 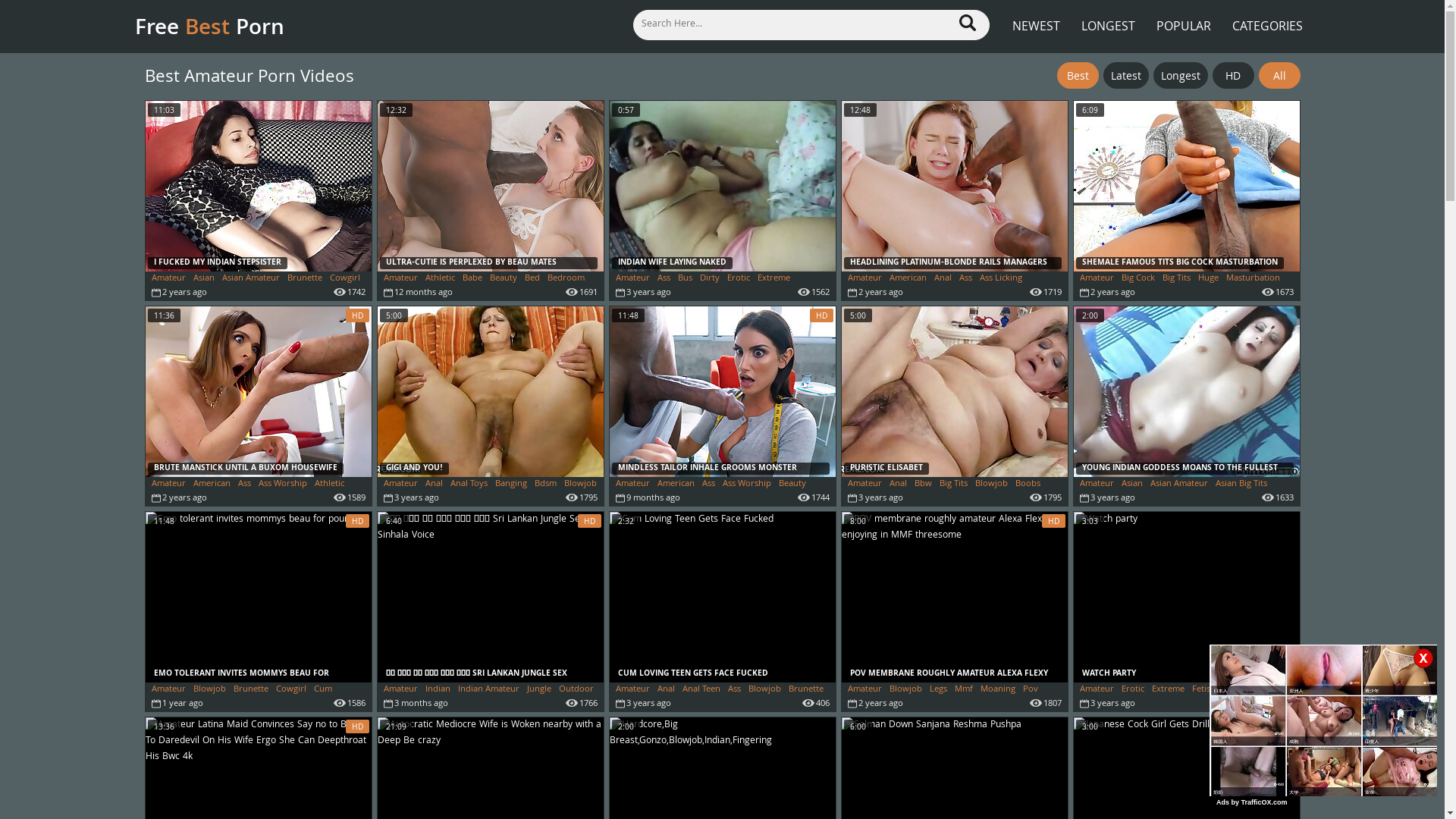 I want to click on 'Bedroom', so click(x=565, y=278).